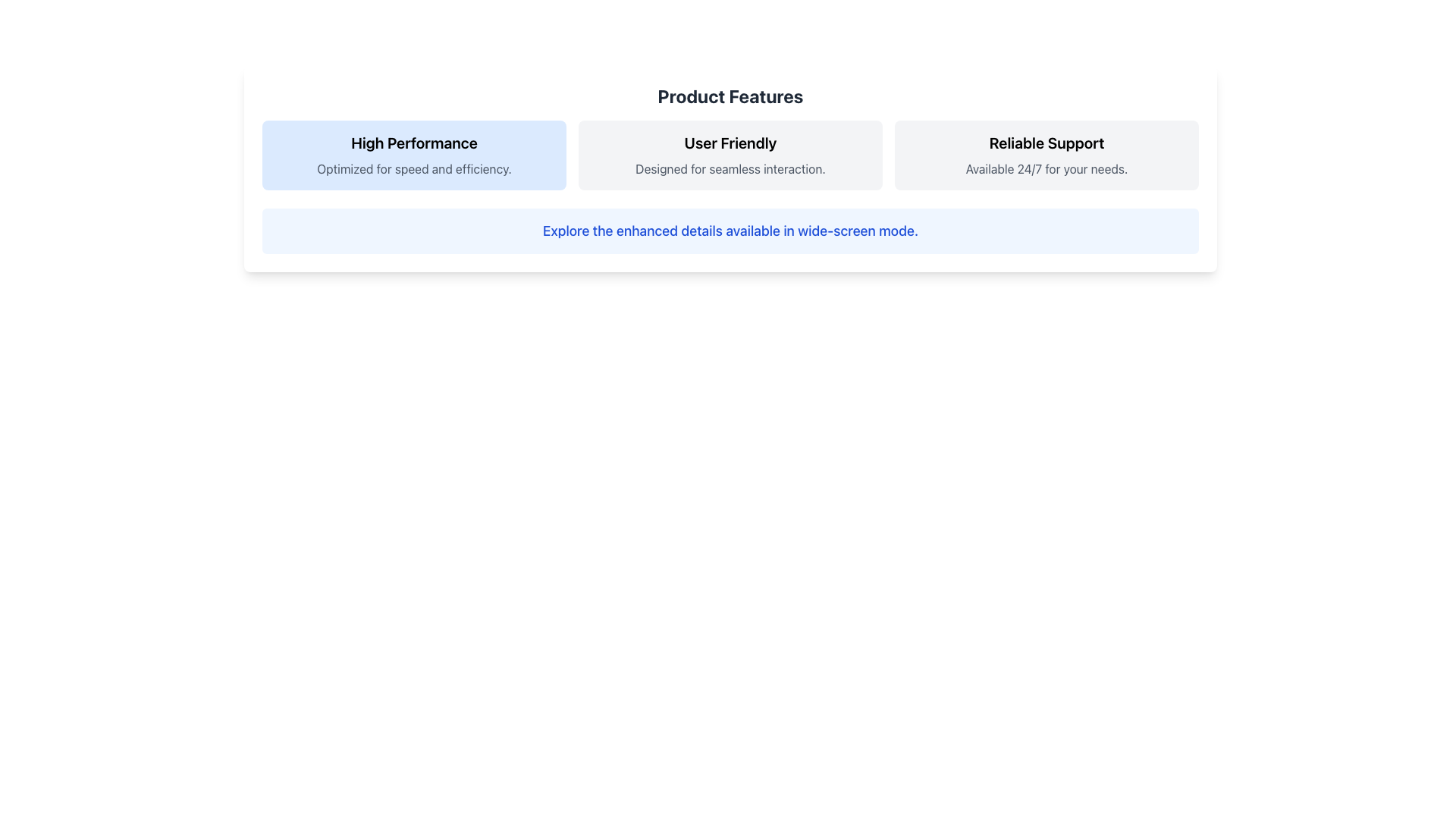 The image size is (1456, 819). I want to click on the 'User Friendly' text label in the center card of the three horizontally aligned feature cards to prompt tooltips, so click(730, 143).